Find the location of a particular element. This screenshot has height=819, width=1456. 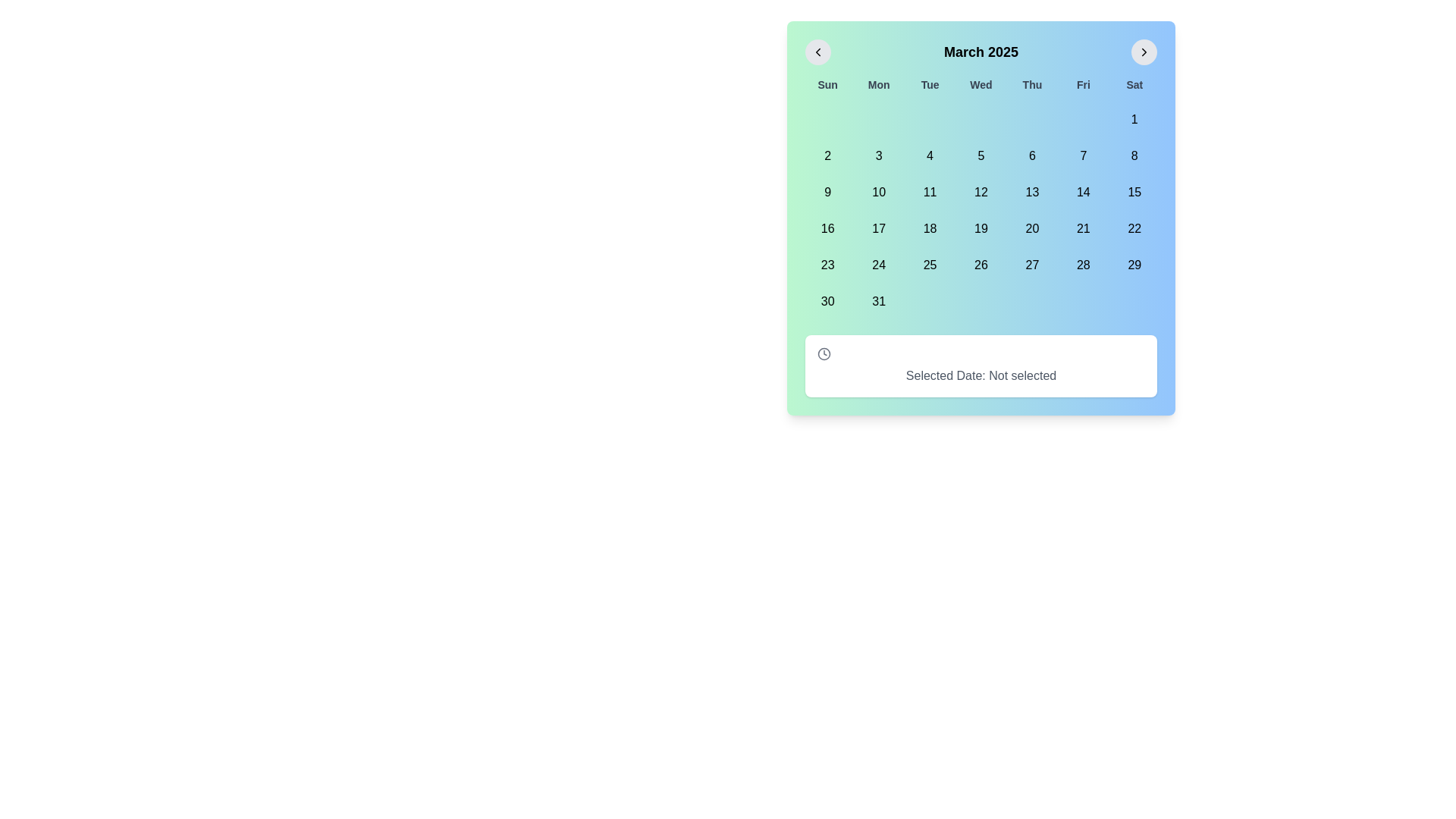

the square button displaying the number '21' in the calendar grid for March 2025 is located at coordinates (1082, 228).